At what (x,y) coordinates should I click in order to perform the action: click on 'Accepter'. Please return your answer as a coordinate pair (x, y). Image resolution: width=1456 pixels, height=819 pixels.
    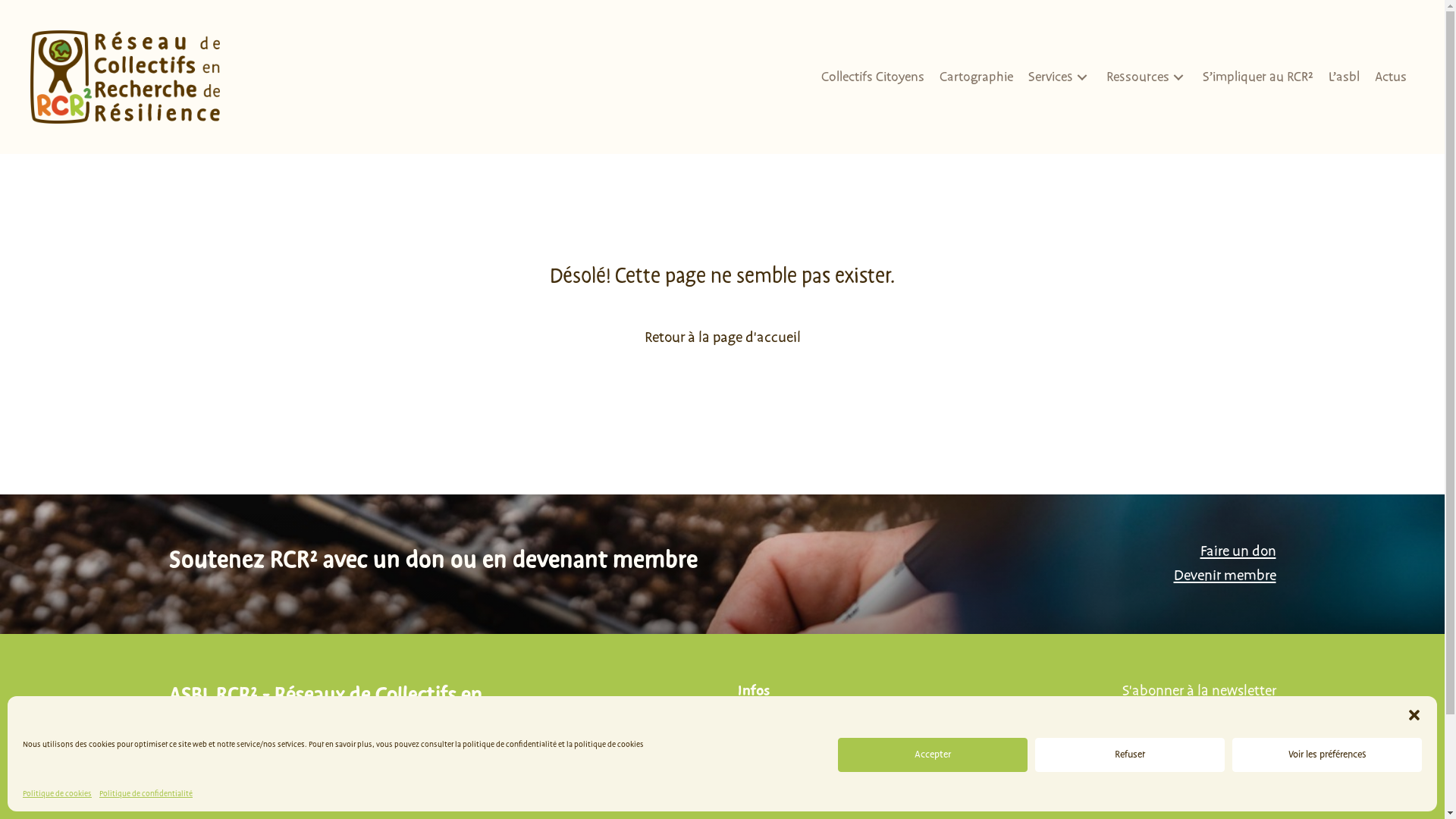
    Looking at the image, I should click on (931, 755).